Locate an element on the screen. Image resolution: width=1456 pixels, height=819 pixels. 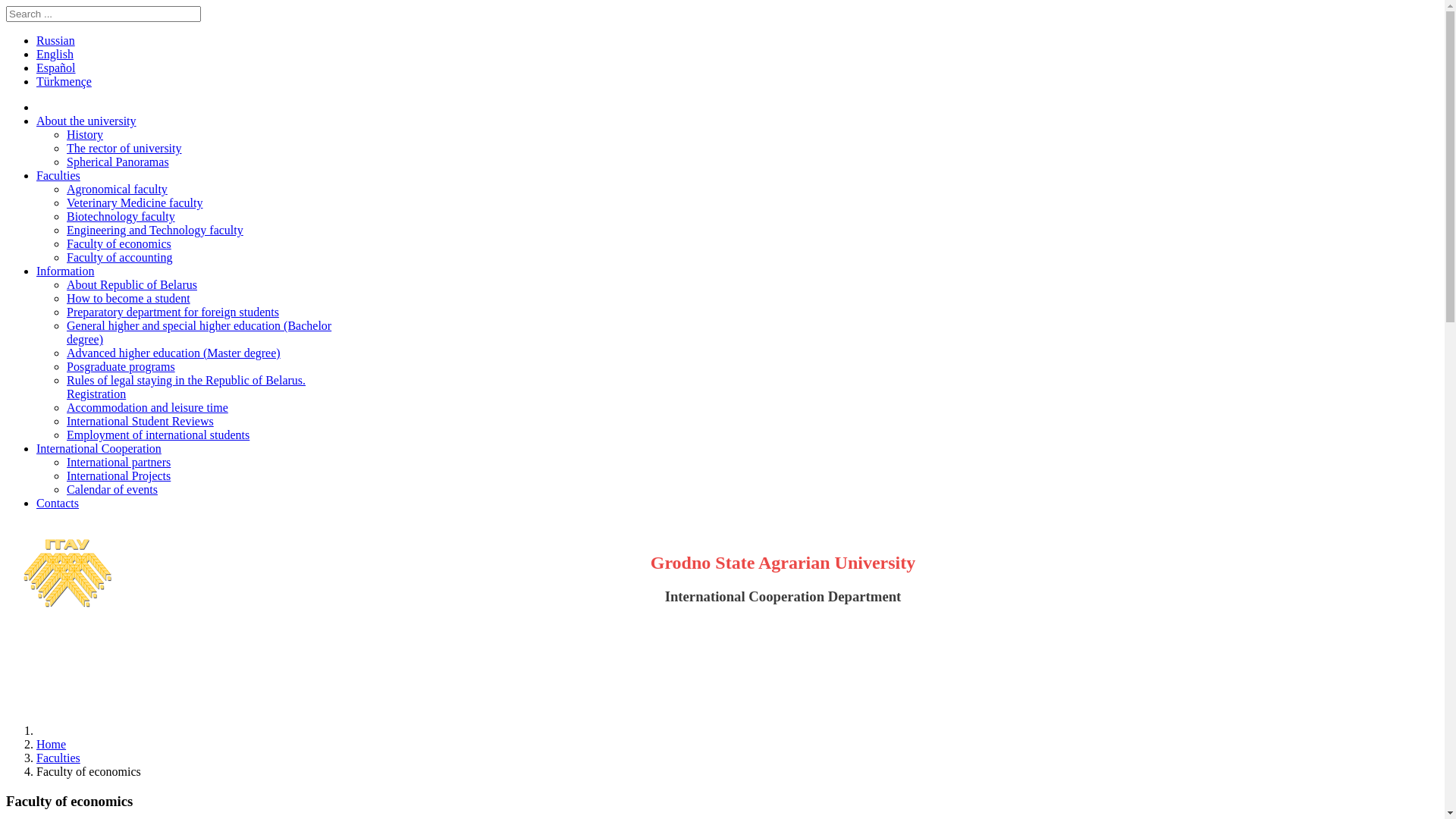
'Biotechnology faculty' is located at coordinates (120, 216).